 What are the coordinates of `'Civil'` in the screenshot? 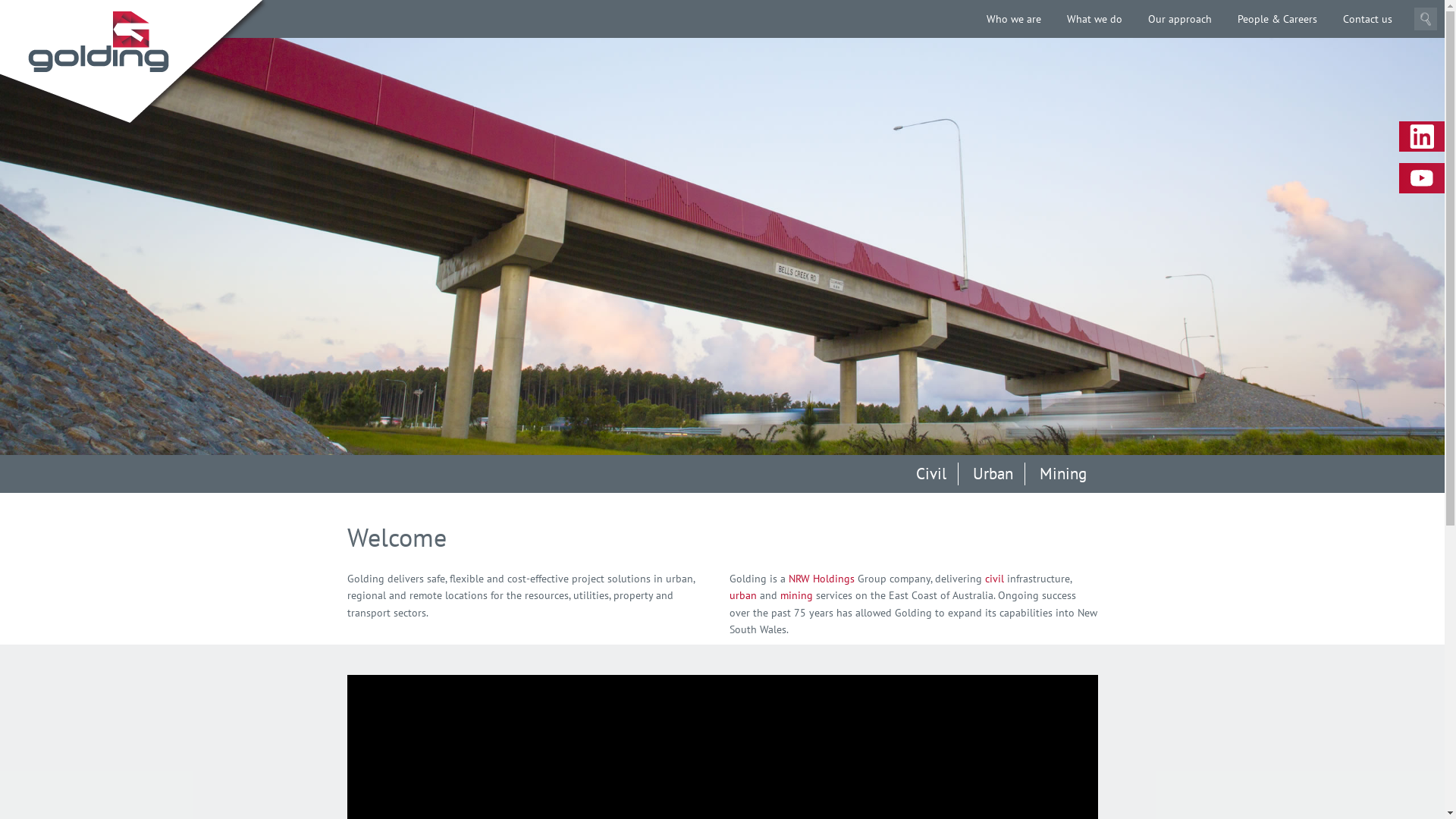 It's located at (930, 472).